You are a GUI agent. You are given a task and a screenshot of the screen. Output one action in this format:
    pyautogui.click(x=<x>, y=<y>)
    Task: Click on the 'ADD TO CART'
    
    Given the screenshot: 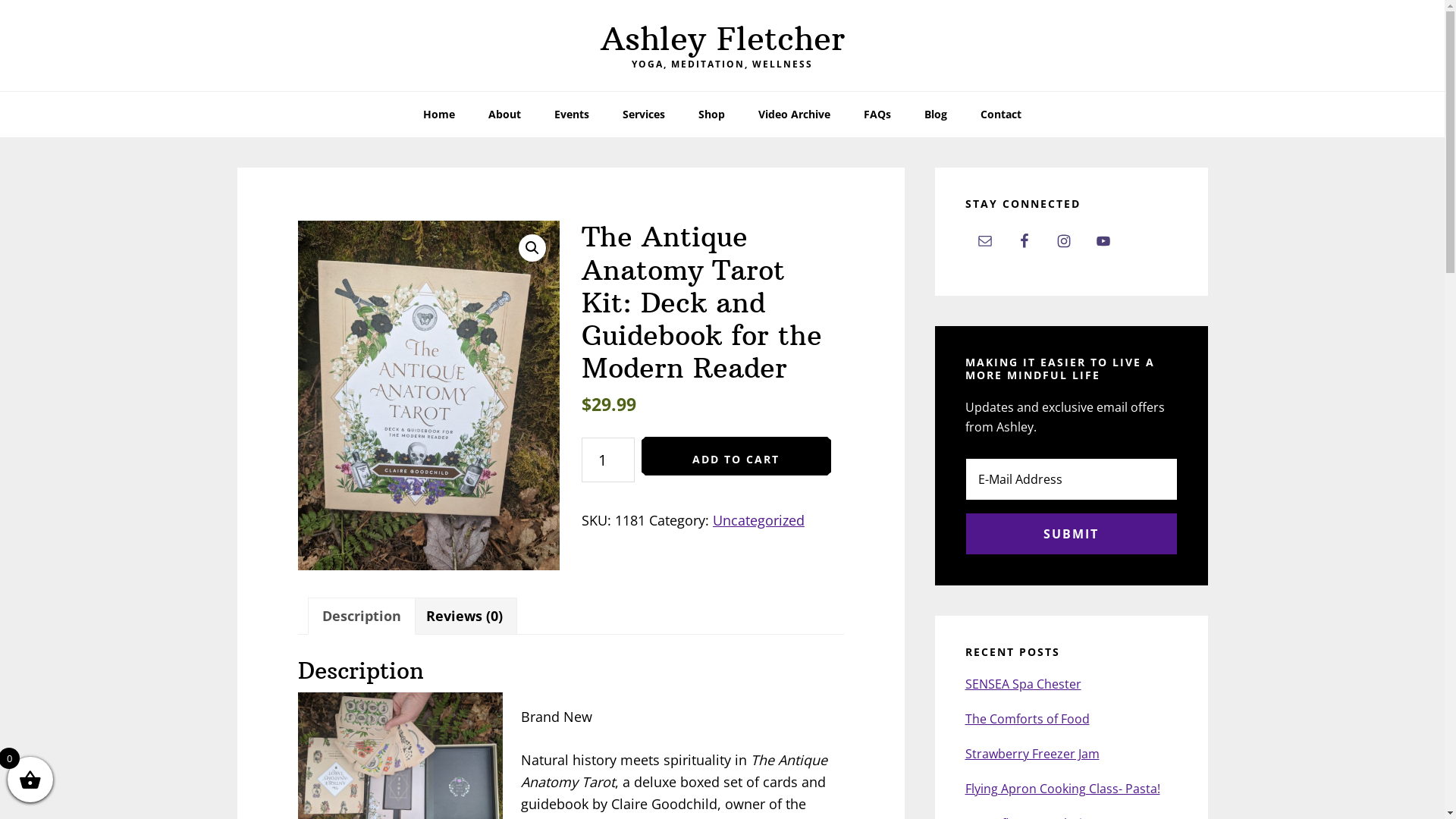 What is the action you would take?
    pyautogui.click(x=736, y=455)
    